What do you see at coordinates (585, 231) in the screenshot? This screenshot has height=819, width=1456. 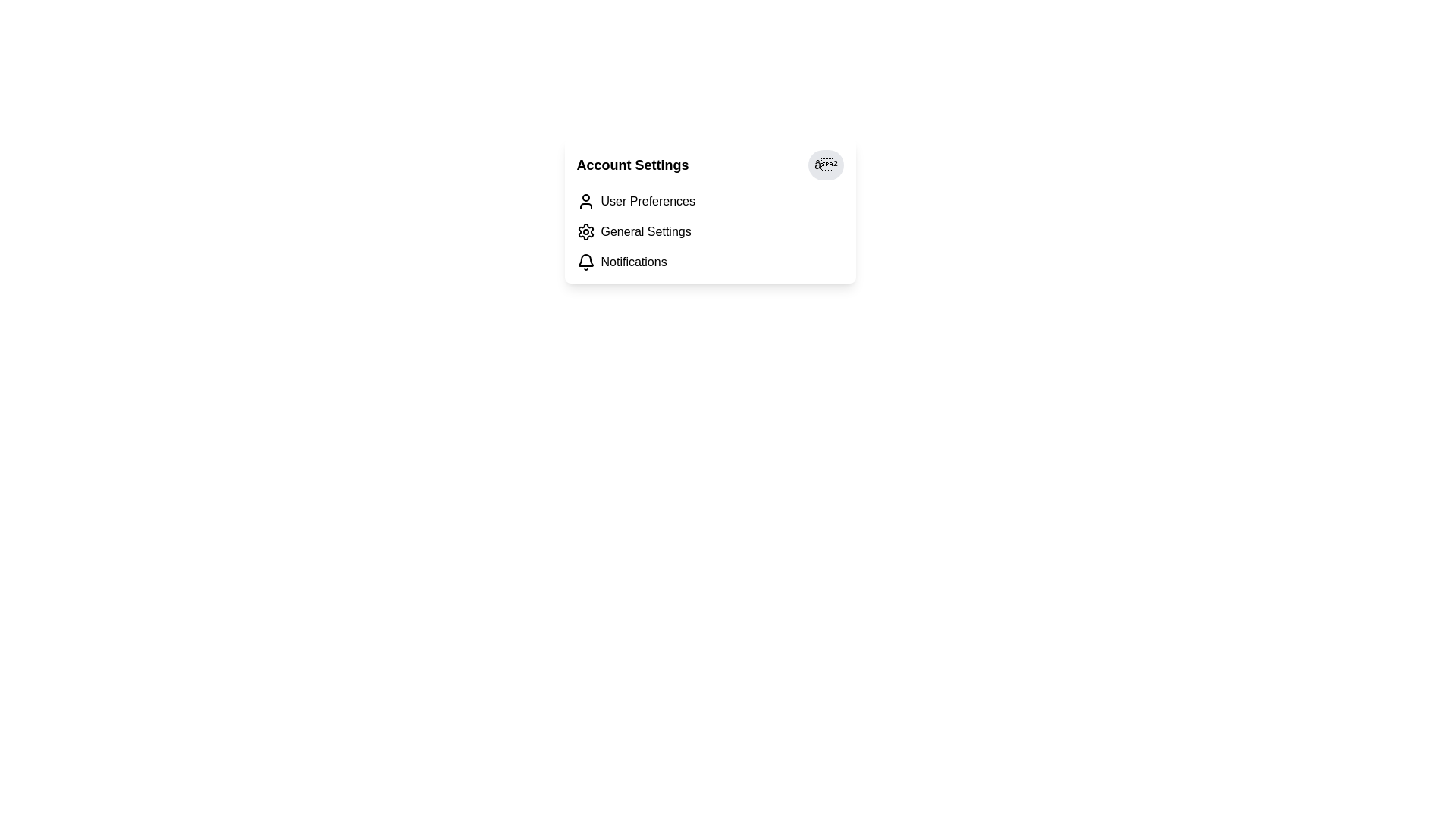 I see `the gear or cog icon in the settings menu, located to the left of 'General Settings'` at bounding box center [585, 231].